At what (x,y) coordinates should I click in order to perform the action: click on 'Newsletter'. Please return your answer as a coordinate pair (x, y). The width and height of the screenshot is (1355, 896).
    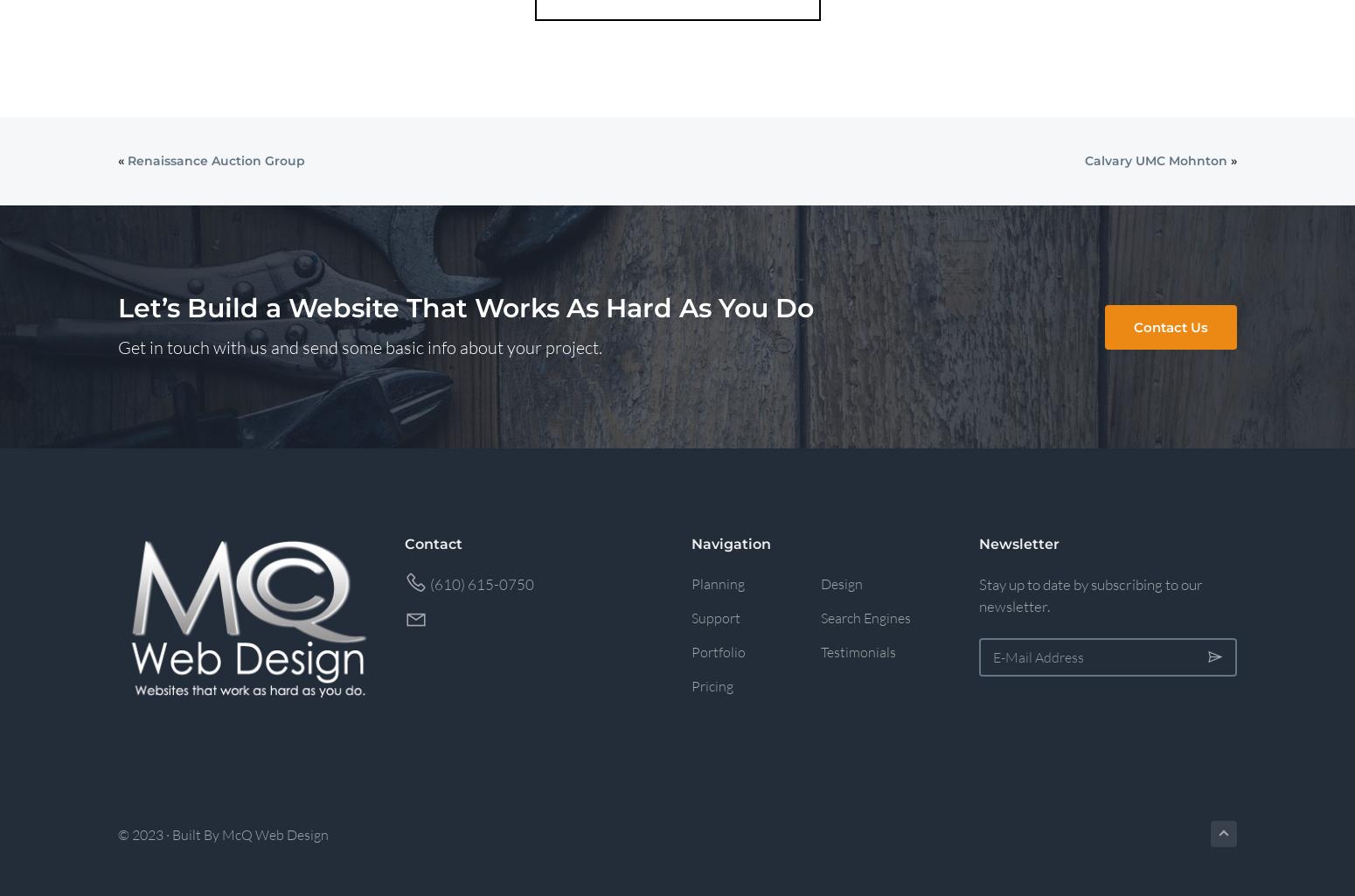
    Looking at the image, I should click on (976, 542).